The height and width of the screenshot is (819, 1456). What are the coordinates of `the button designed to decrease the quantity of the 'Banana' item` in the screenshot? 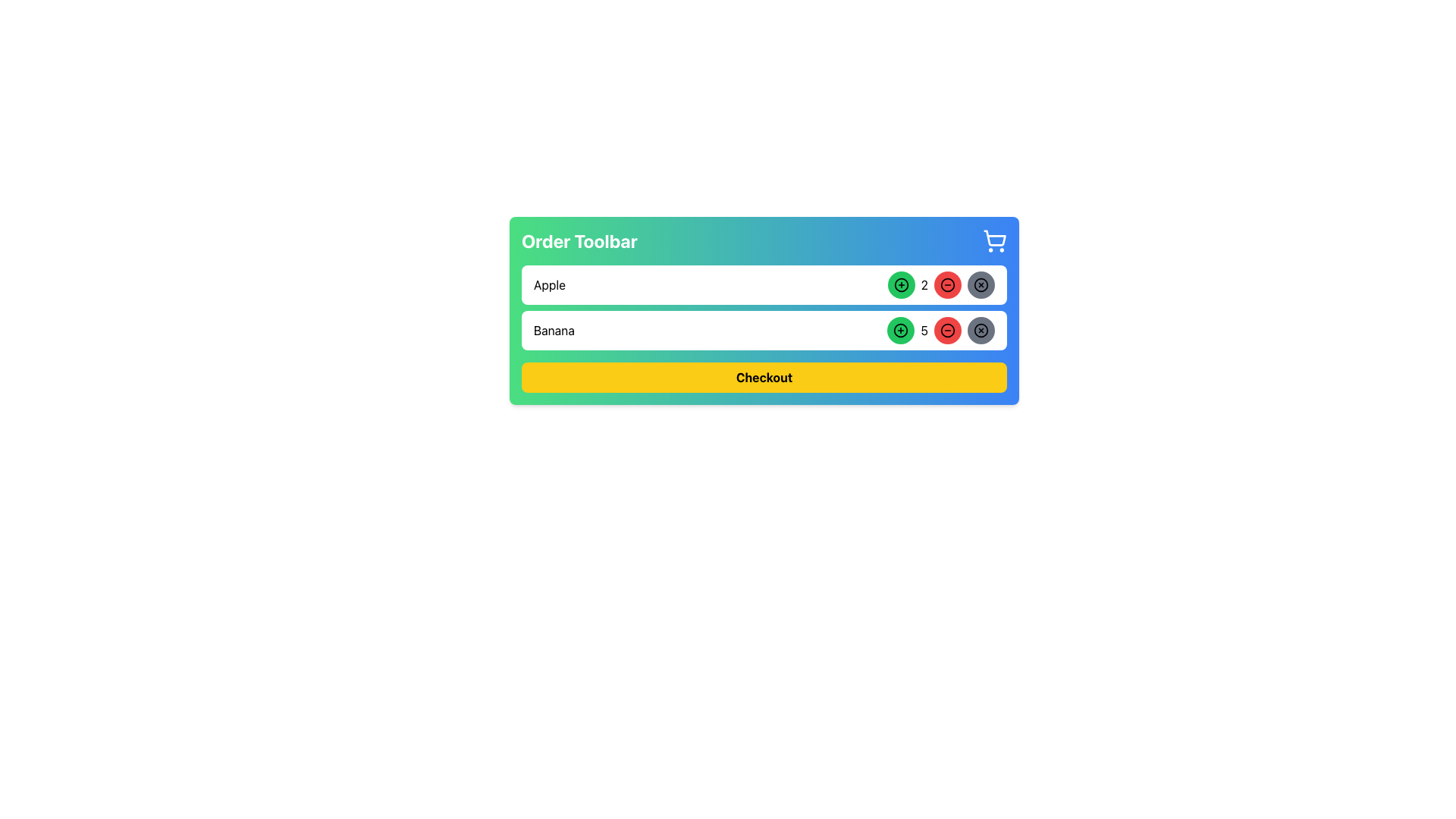 It's located at (946, 284).